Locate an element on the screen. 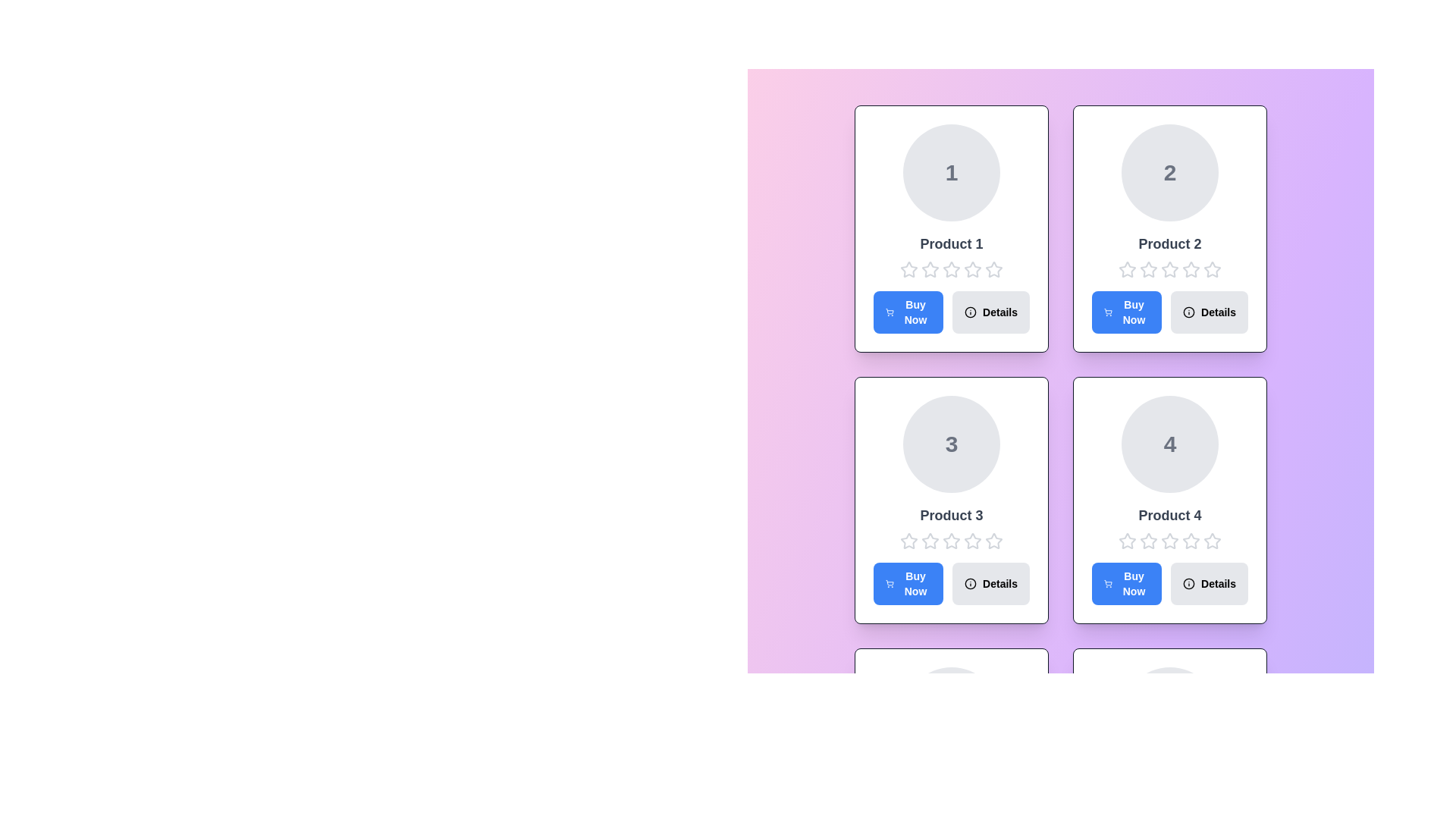  the rating for a product to 1 stars is located at coordinates (909, 268).